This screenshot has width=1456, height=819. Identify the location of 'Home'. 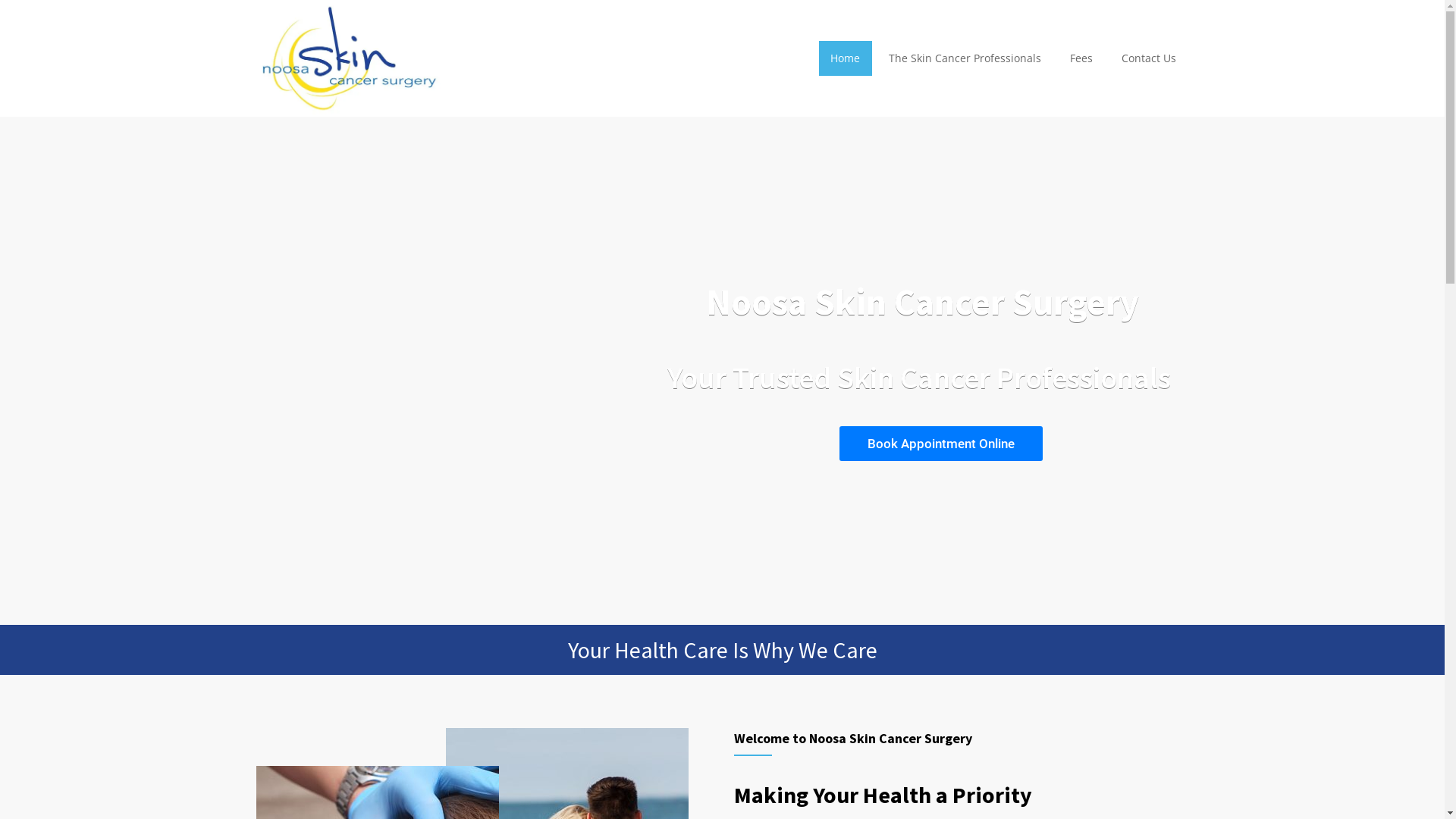
(817, 58).